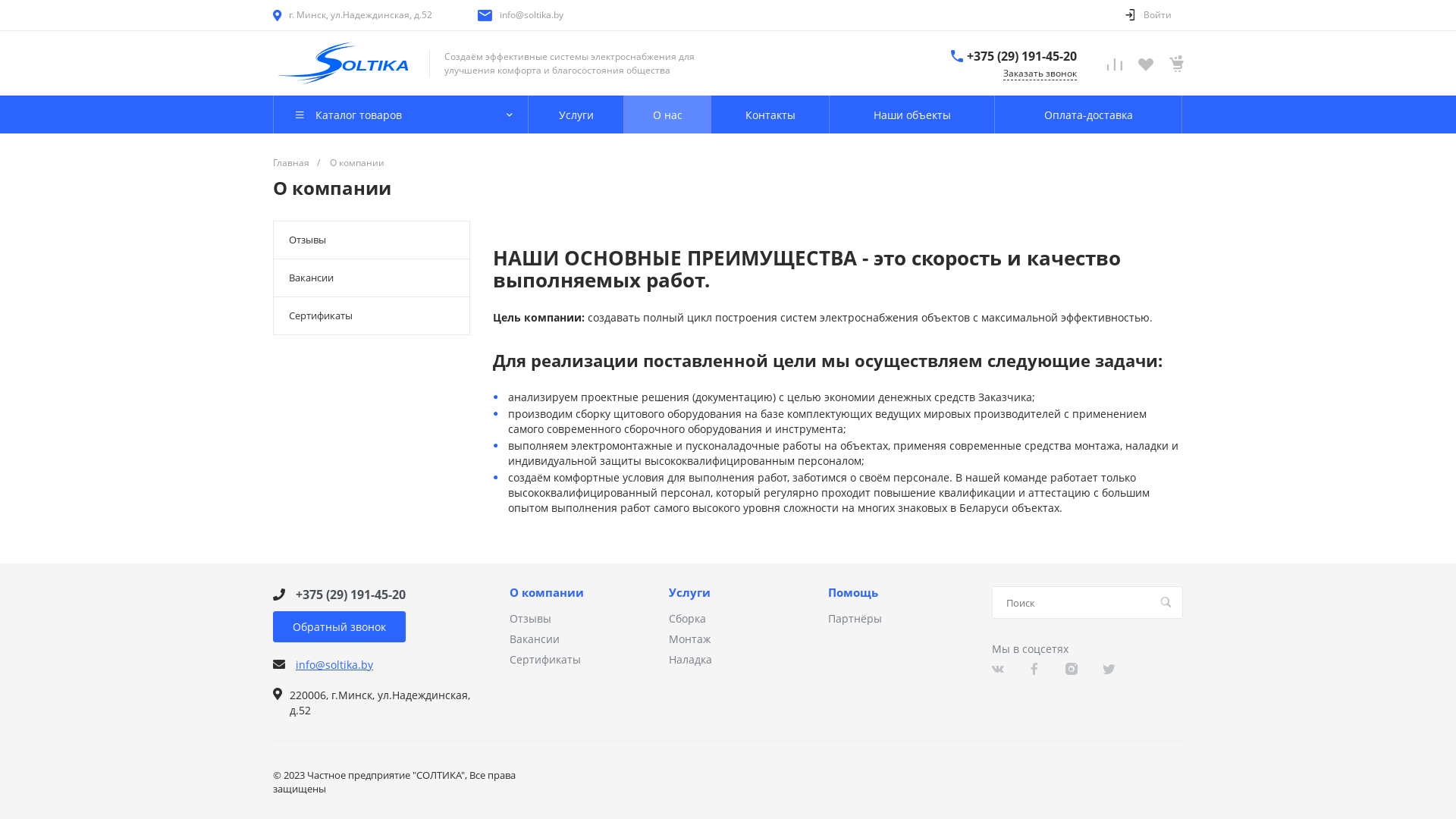 Image resolution: width=1456 pixels, height=819 pixels. I want to click on '+375 (29) 191-45-20', so click(350, 593).